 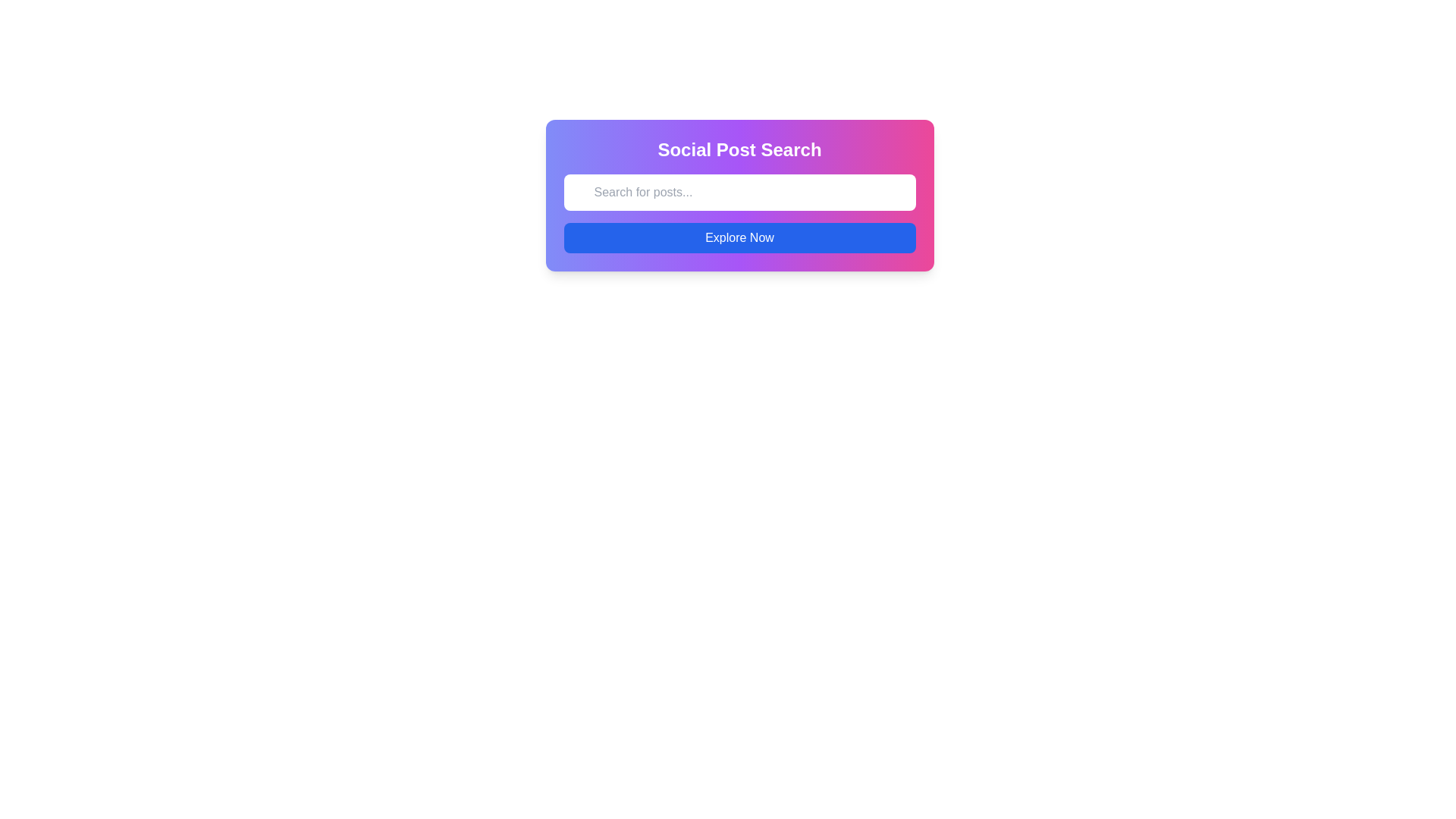 I want to click on the magnifying glass icon, which is styled in white and located on the left side of the search input box under 'Social Post Search', so click(x=579, y=180).